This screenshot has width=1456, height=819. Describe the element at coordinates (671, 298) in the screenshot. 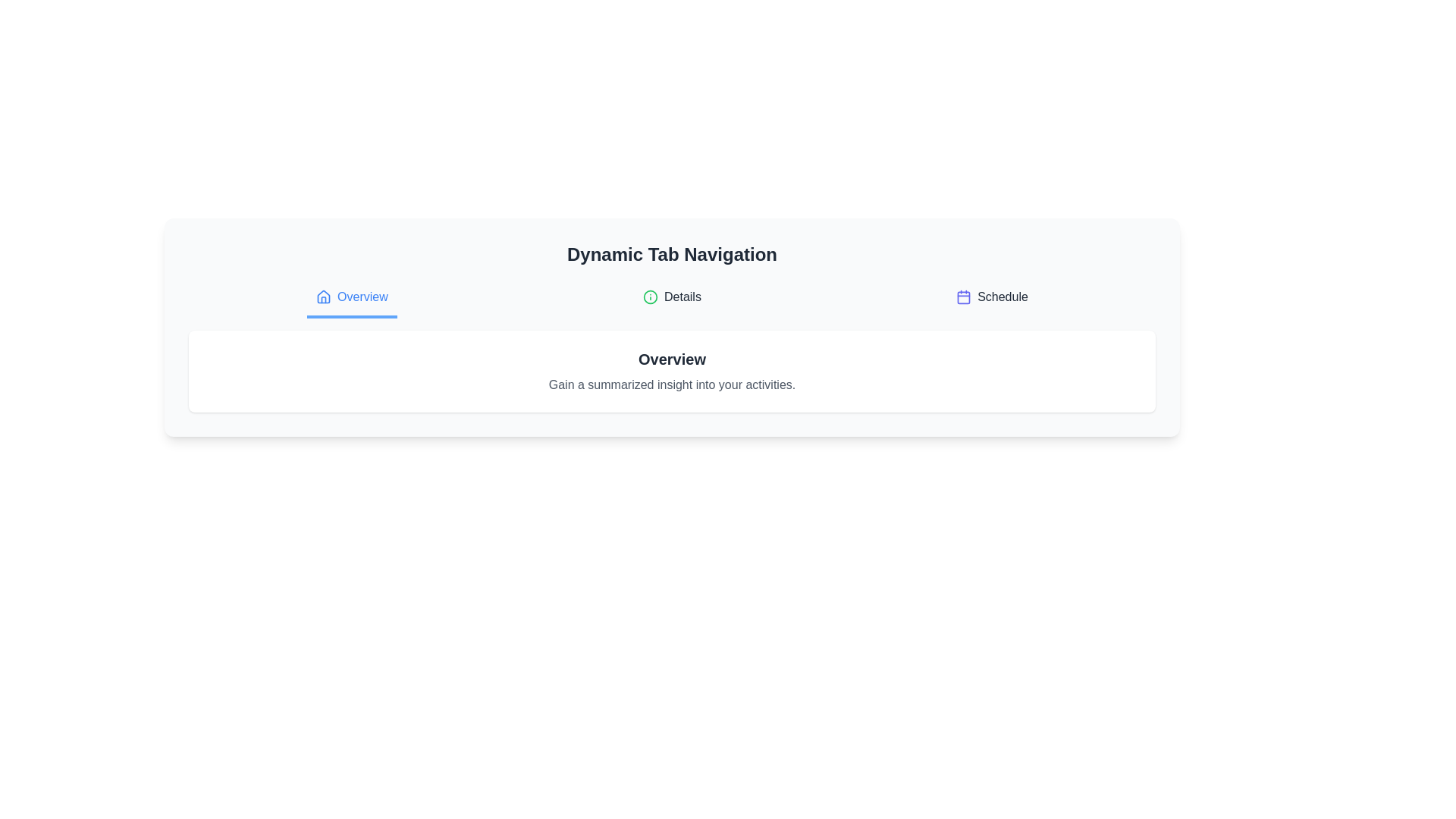

I see `the Details tab to view its content` at that location.